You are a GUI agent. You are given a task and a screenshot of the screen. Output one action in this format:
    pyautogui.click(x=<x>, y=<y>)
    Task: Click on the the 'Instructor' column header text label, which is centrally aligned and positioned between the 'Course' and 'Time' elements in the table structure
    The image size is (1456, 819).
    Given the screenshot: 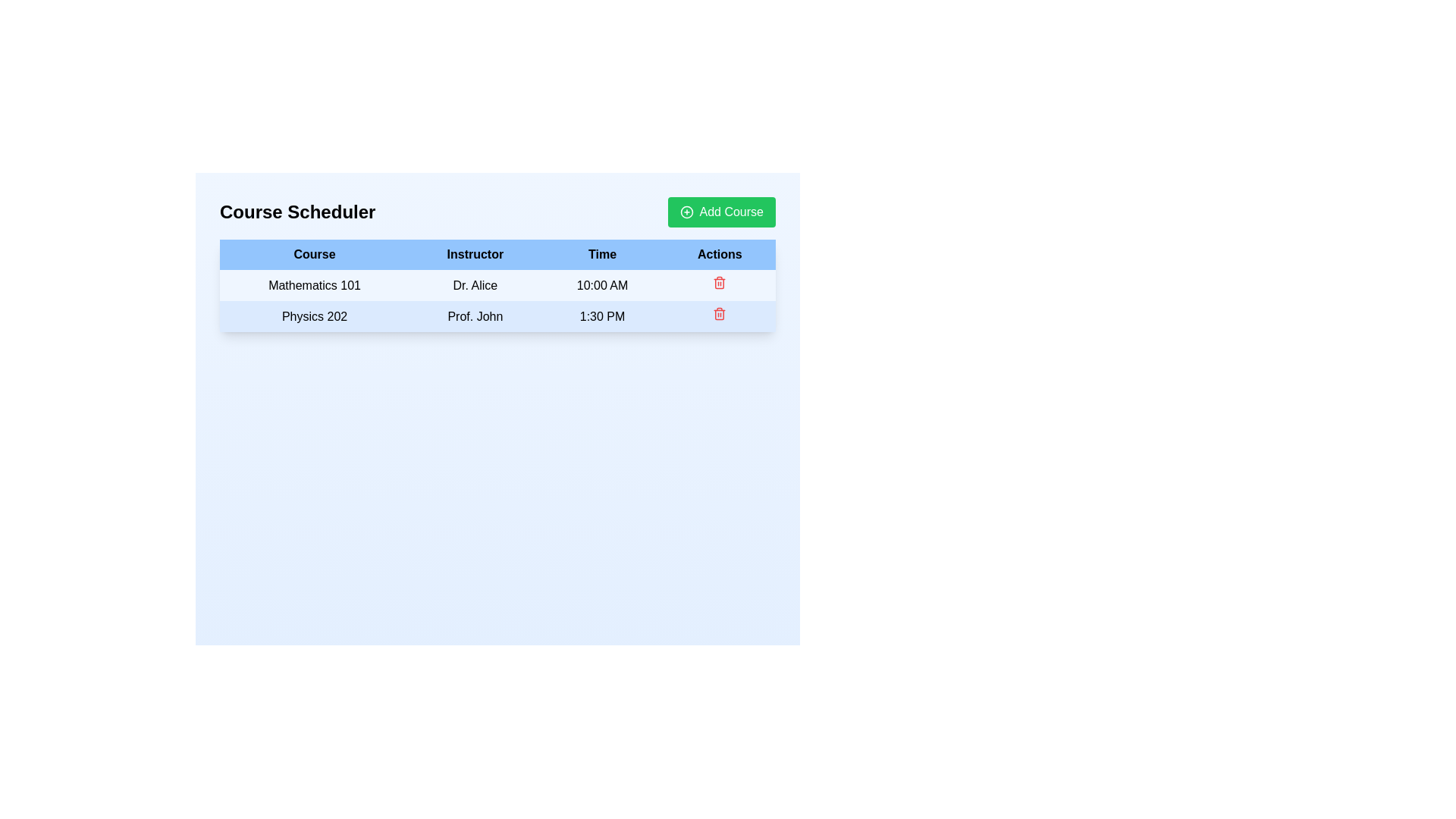 What is the action you would take?
    pyautogui.click(x=474, y=253)
    